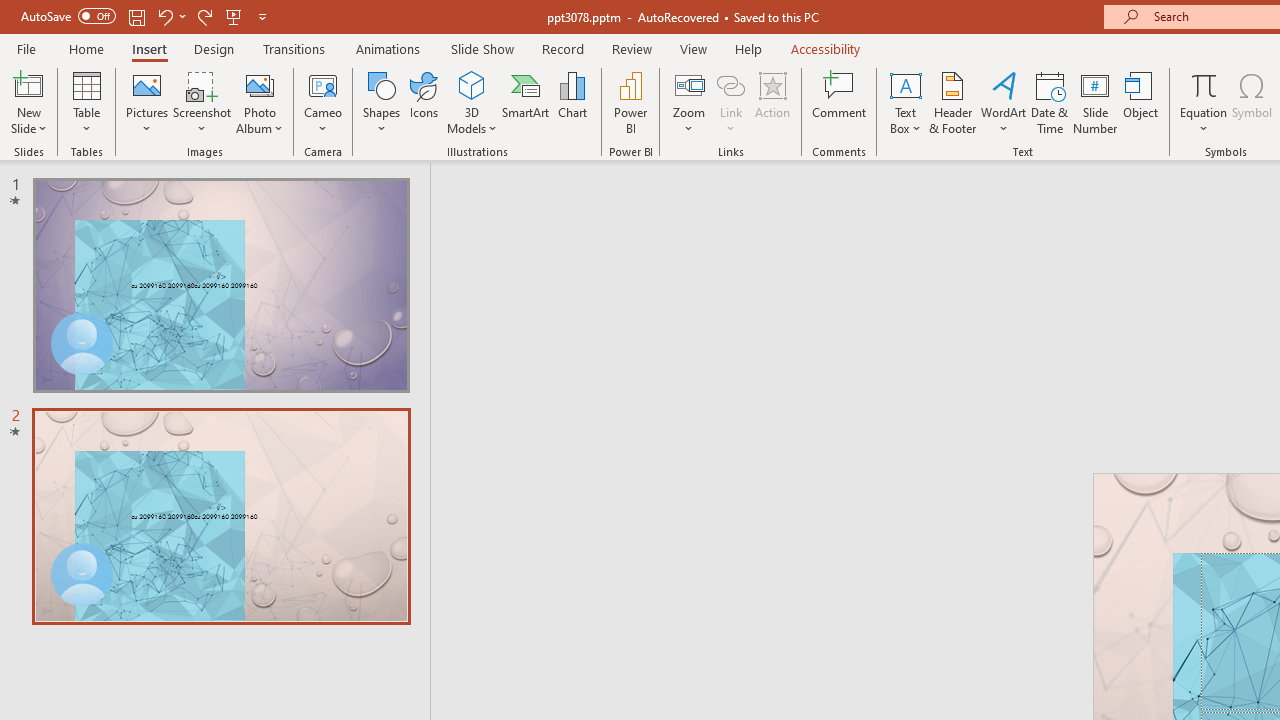 This screenshot has width=1280, height=720. Describe the element at coordinates (1004, 103) in the screenshot. I see `'WordArt'` at that location.